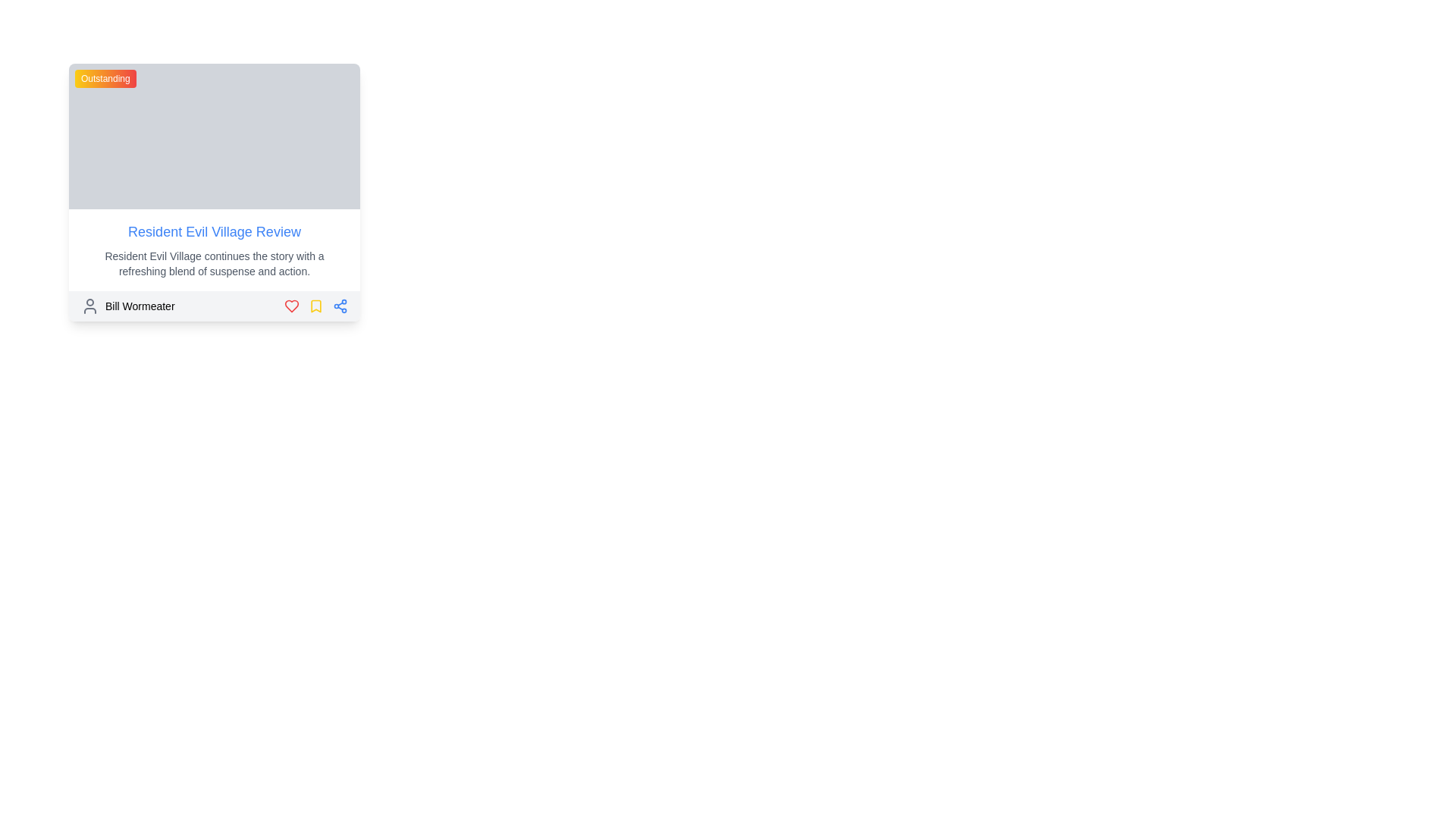 This screenshot has width=1456, height=819. I want to click on the user avatar icon representing 'Bill Wormeater', which is located at the leftmost part of the row containing the name in the lower section of a card element, so click(89, 306).